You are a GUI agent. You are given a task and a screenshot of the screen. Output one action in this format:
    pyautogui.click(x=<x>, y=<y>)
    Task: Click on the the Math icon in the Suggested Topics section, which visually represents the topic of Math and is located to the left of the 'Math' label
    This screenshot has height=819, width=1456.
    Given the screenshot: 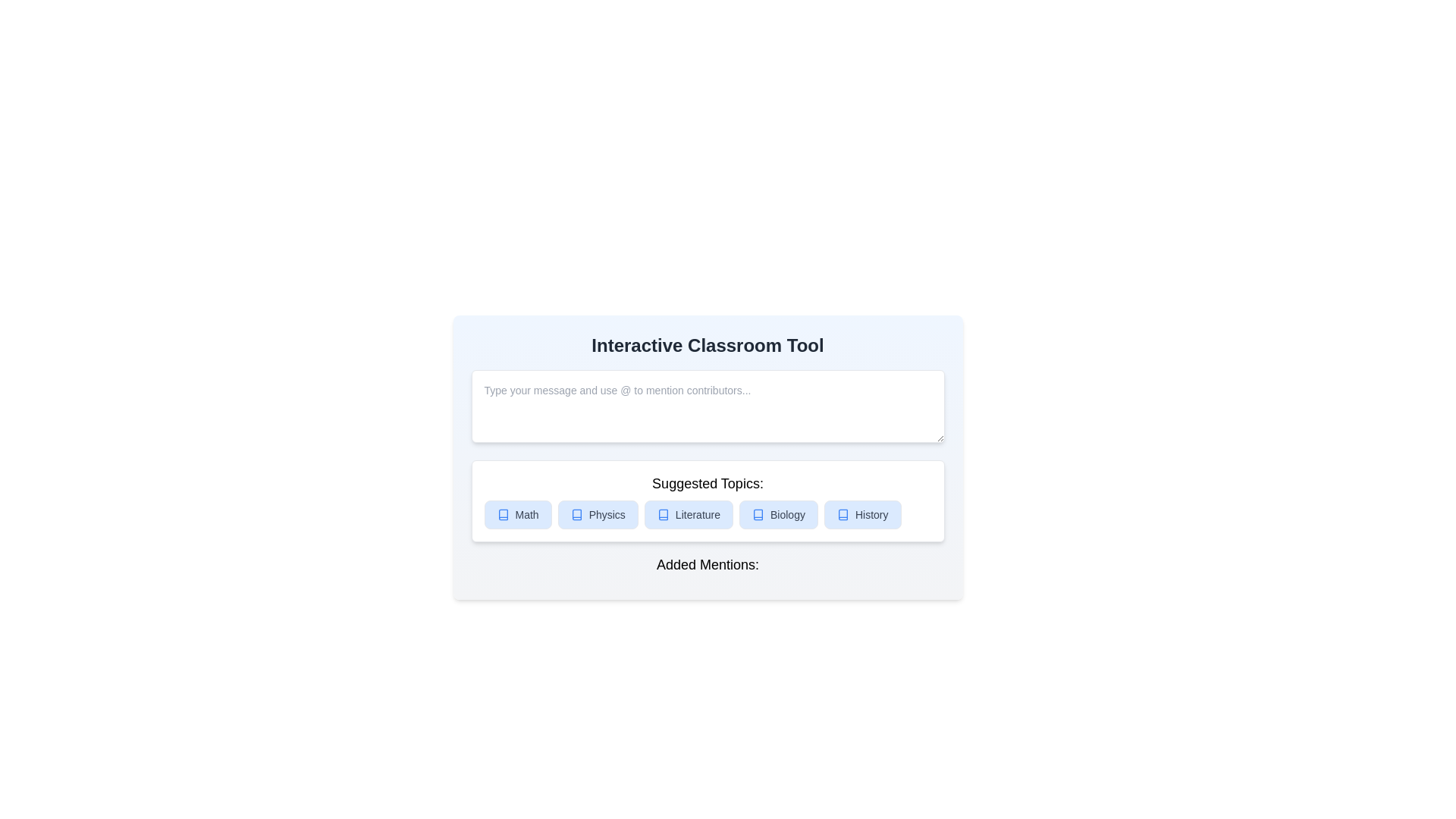 What is the action you would take?
    pyautogui.click(x=503, y=513)
    